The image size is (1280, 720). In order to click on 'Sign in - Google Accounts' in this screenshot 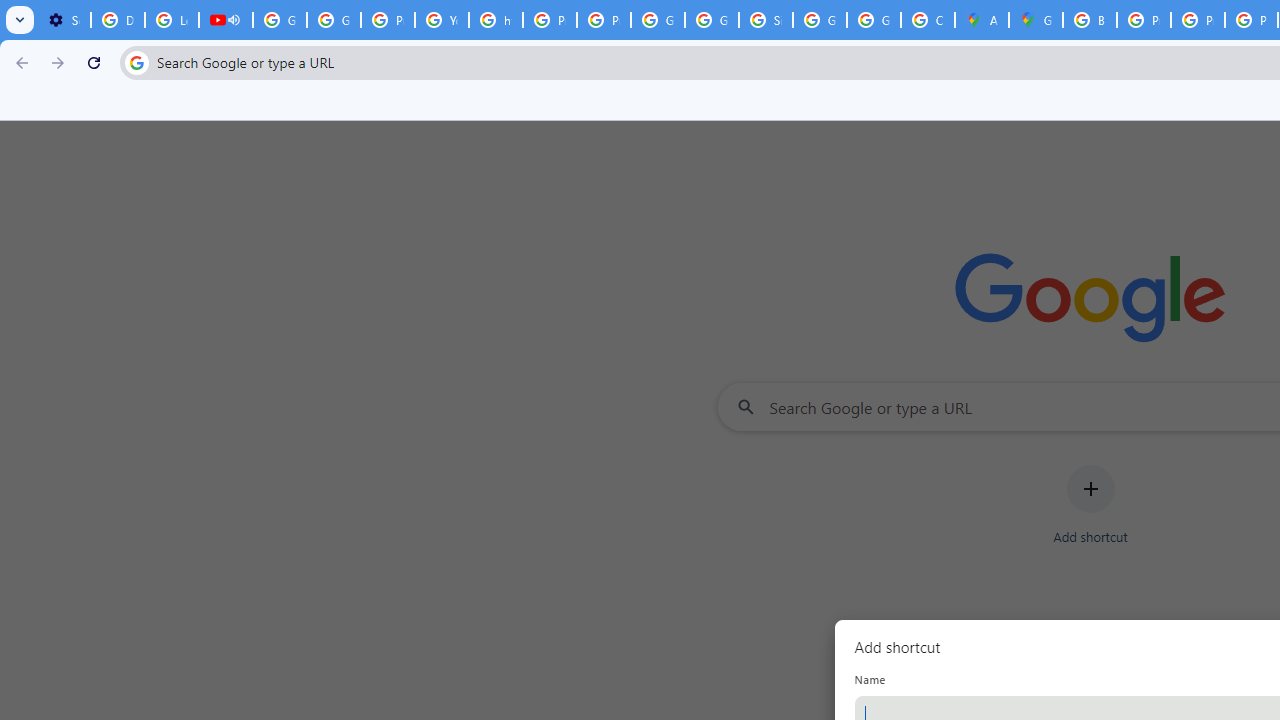, I will do `click(765, 20)`.